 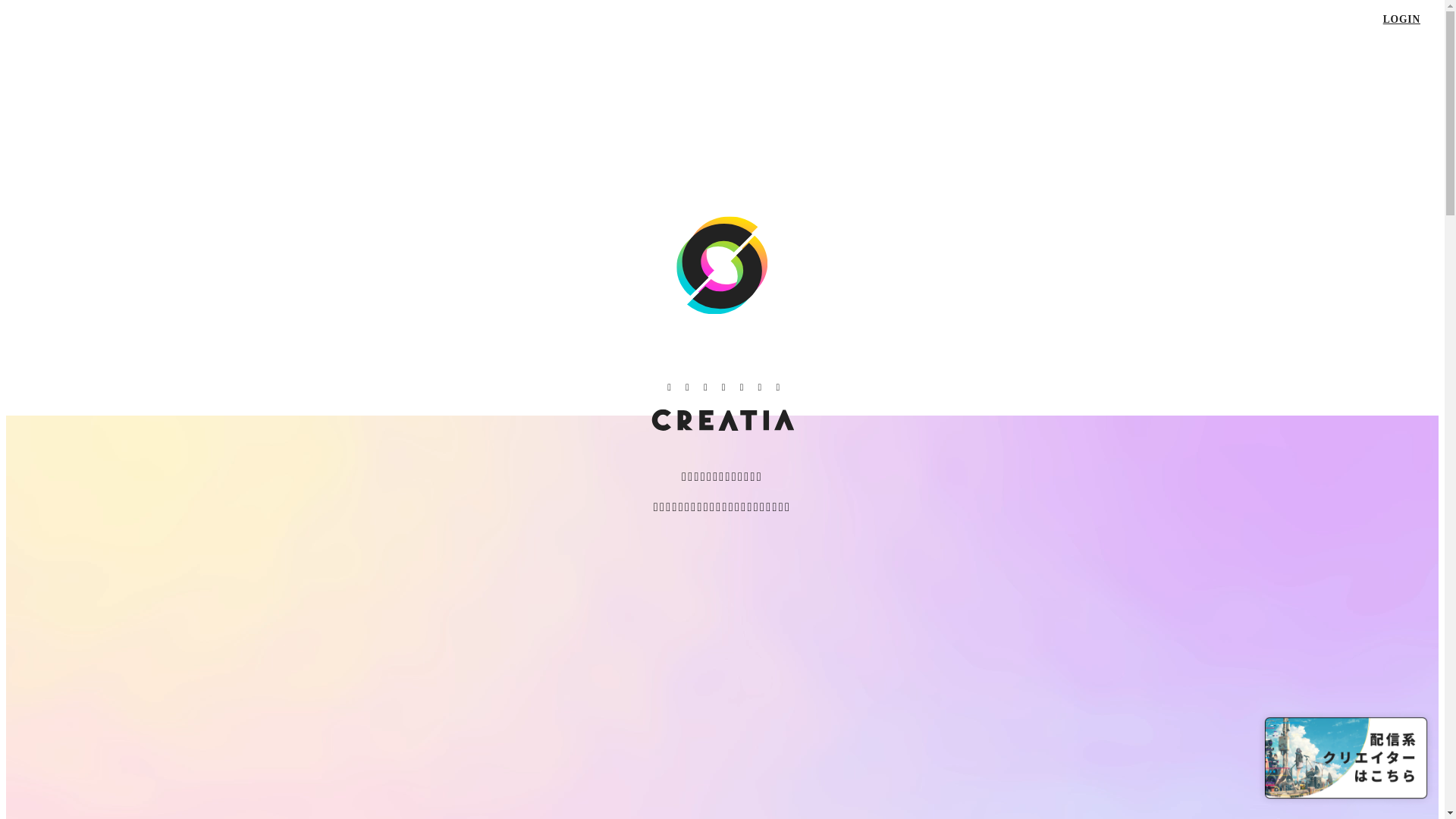 I want to click on 'LOGIN', so click(x=1401, y=19).